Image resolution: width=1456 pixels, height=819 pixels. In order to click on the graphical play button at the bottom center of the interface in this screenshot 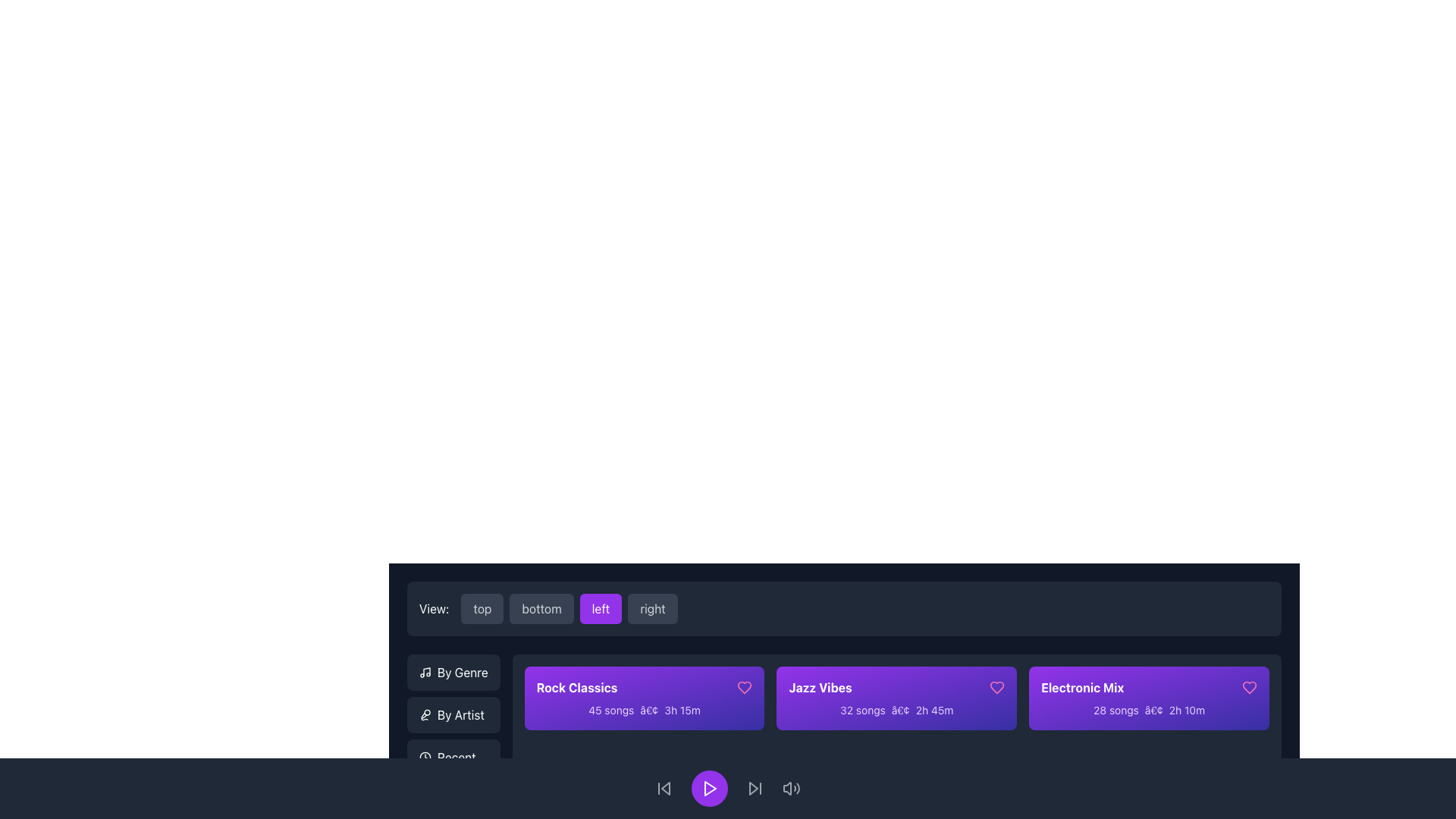, I will do `click(709, 788)`.